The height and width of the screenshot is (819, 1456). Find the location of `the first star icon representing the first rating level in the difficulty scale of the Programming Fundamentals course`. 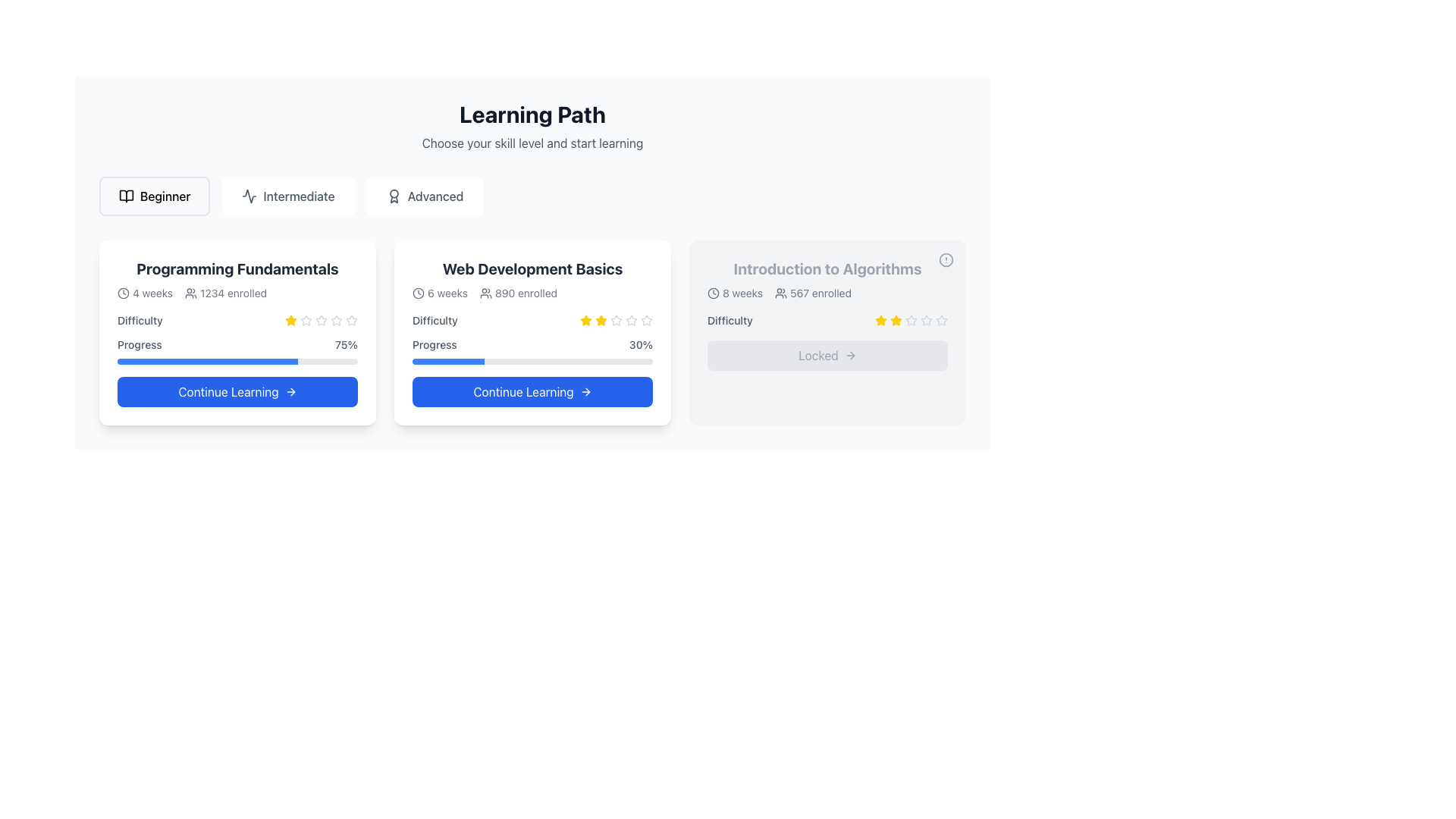

the first star icon representing the first rating level in the difficulty scale of the Programming Fundamentals course is located at coordinates (291, 320).